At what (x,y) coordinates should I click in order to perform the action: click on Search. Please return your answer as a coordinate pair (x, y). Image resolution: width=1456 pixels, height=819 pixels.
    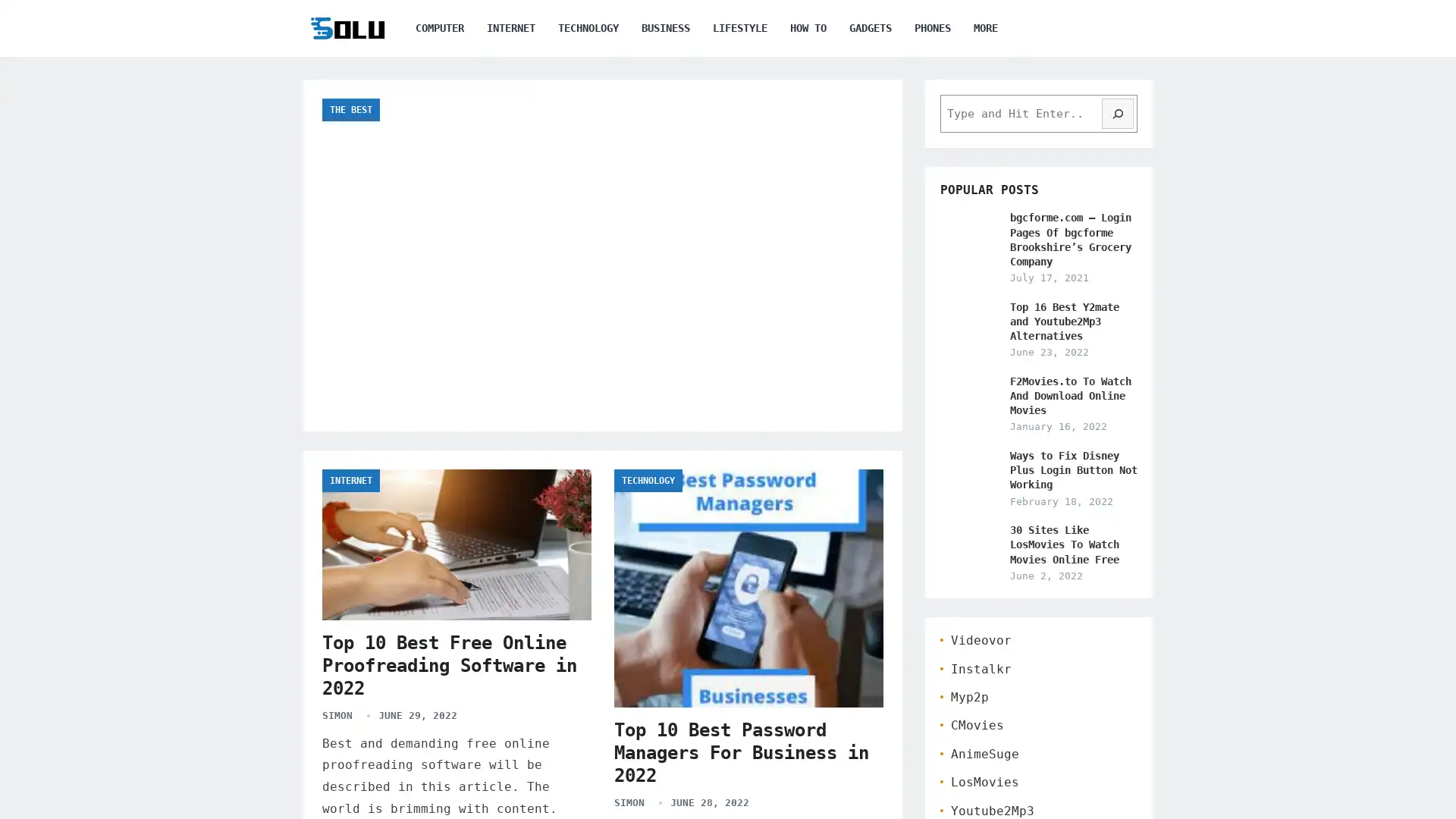
    Looking at the image, I should click on (1117, 113).